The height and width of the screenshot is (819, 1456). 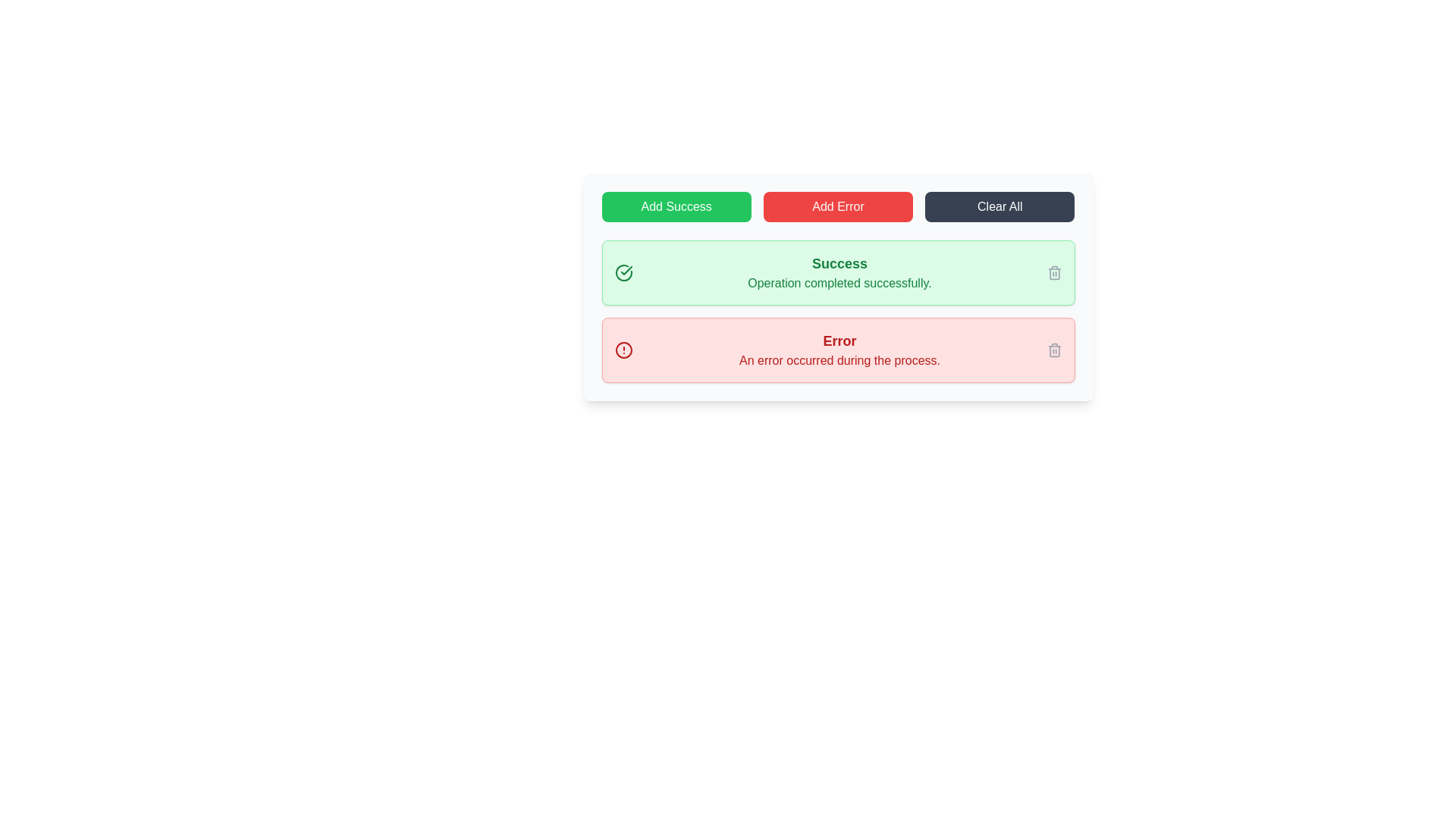 What do you see at coordinates (999, 207) in the screenshot?
I see `the rightmost button in the group of three buttons to clear all current notifications or data within the interface` at bounding box center [999, 207].